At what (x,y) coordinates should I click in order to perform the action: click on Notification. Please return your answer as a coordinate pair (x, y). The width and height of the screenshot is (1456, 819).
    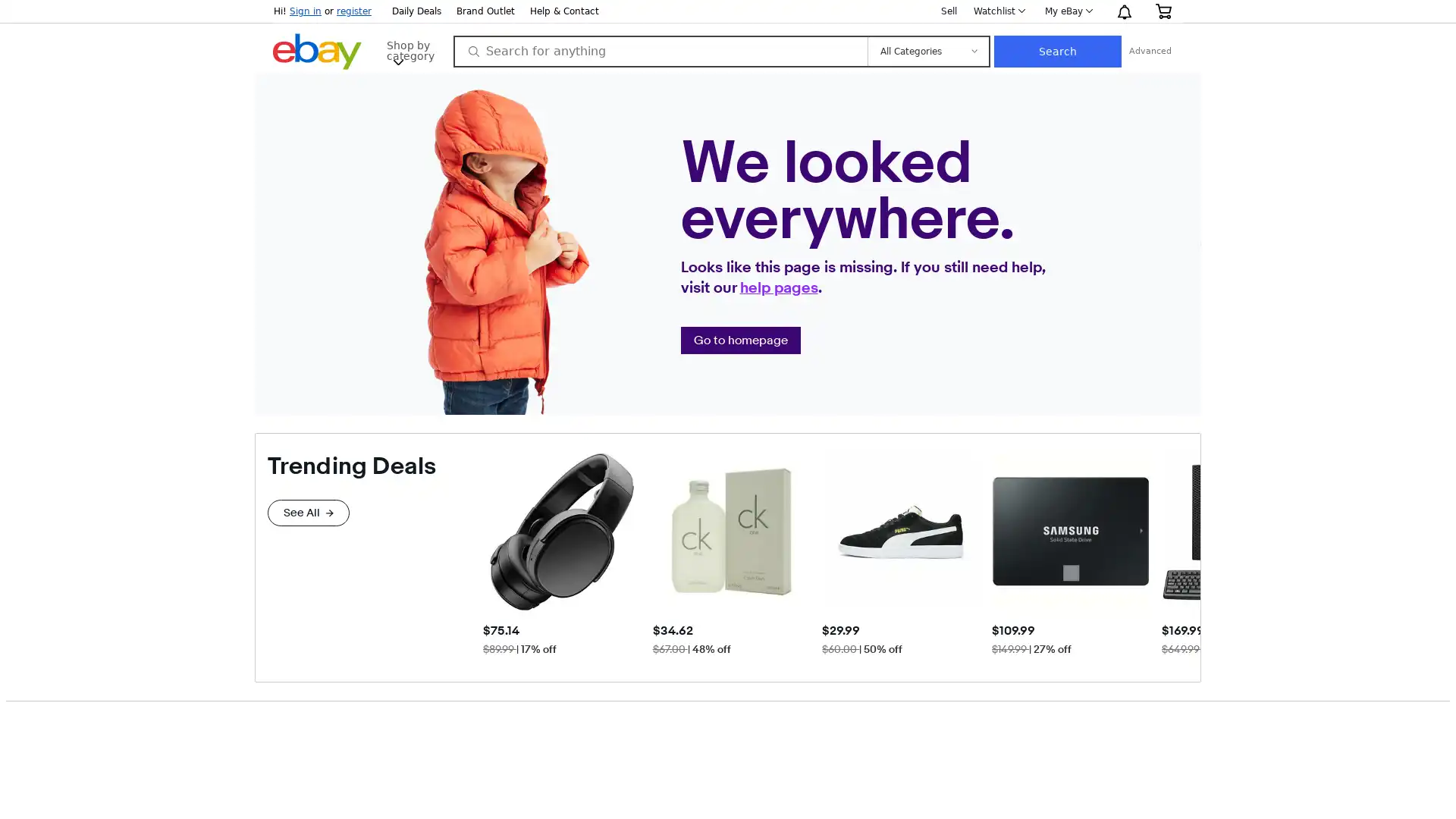
    Looking at the image, I should click on (1124, 11).